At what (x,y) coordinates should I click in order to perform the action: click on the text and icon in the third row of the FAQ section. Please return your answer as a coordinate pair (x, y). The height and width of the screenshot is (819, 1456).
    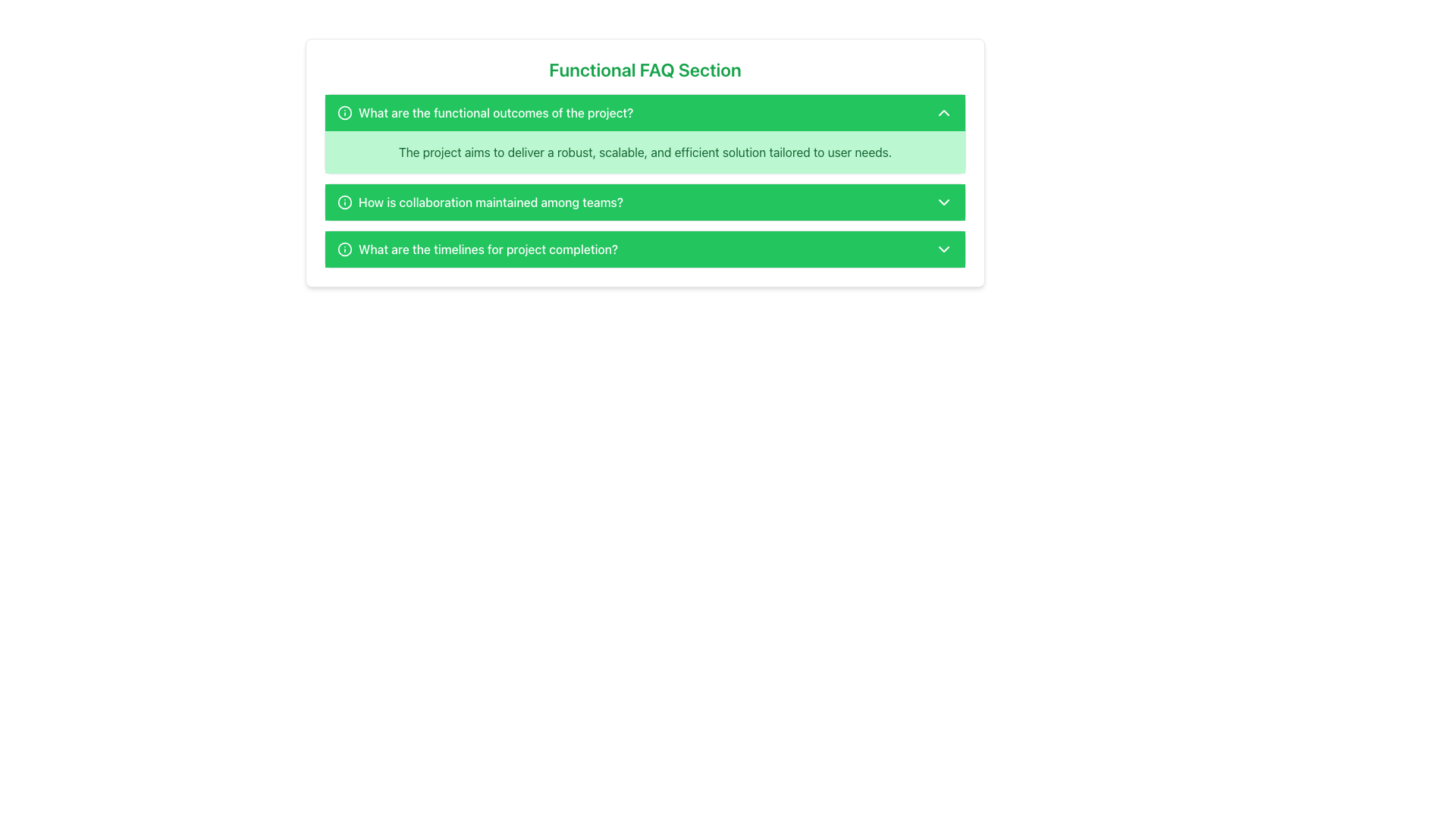
    Looking at the image, I should click on (477, 248).